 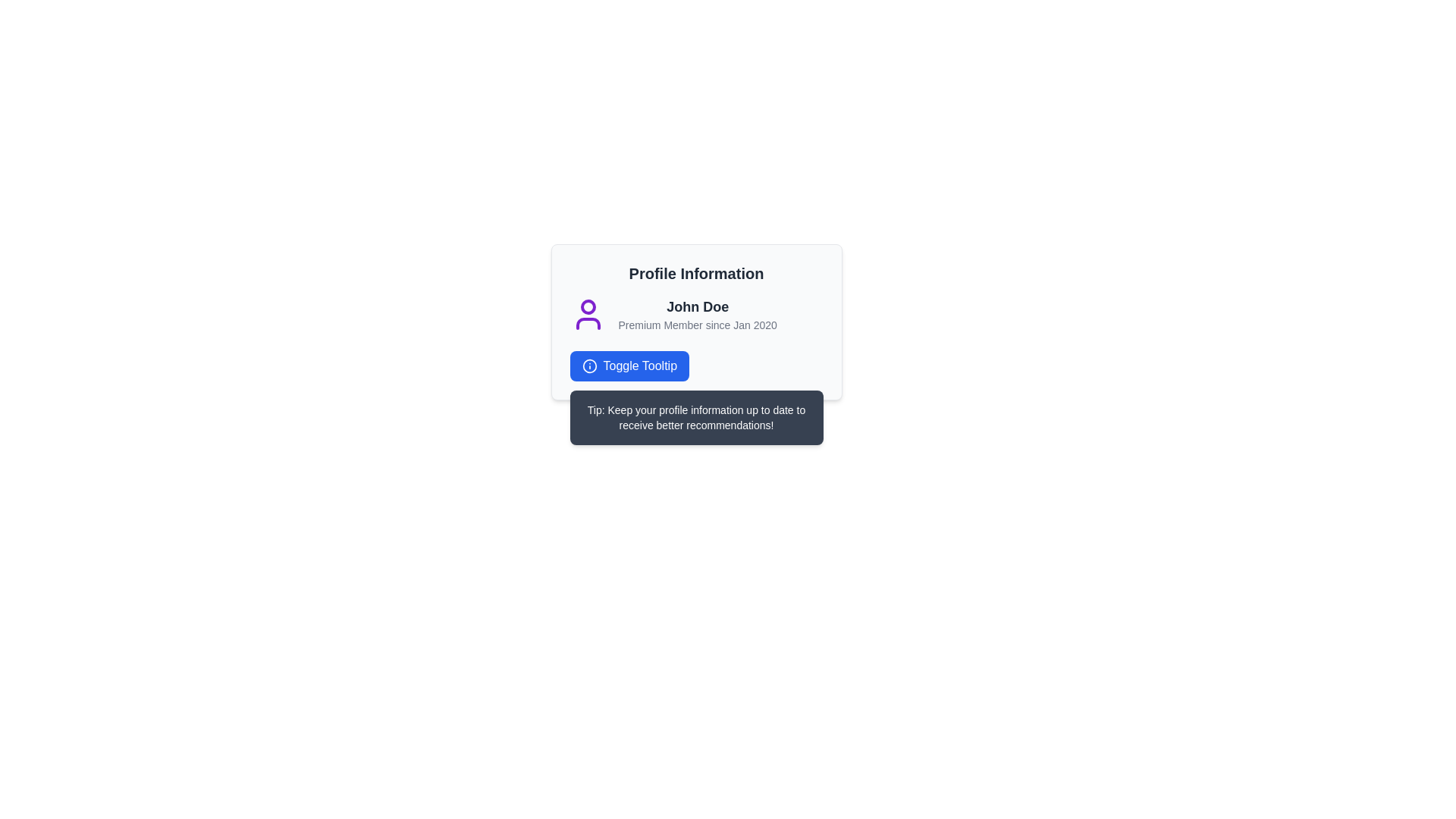 I want to click on the SVG Circle element that visually represents the user's head, which is centered above the body of the user icon, so click(x=587, y=307).